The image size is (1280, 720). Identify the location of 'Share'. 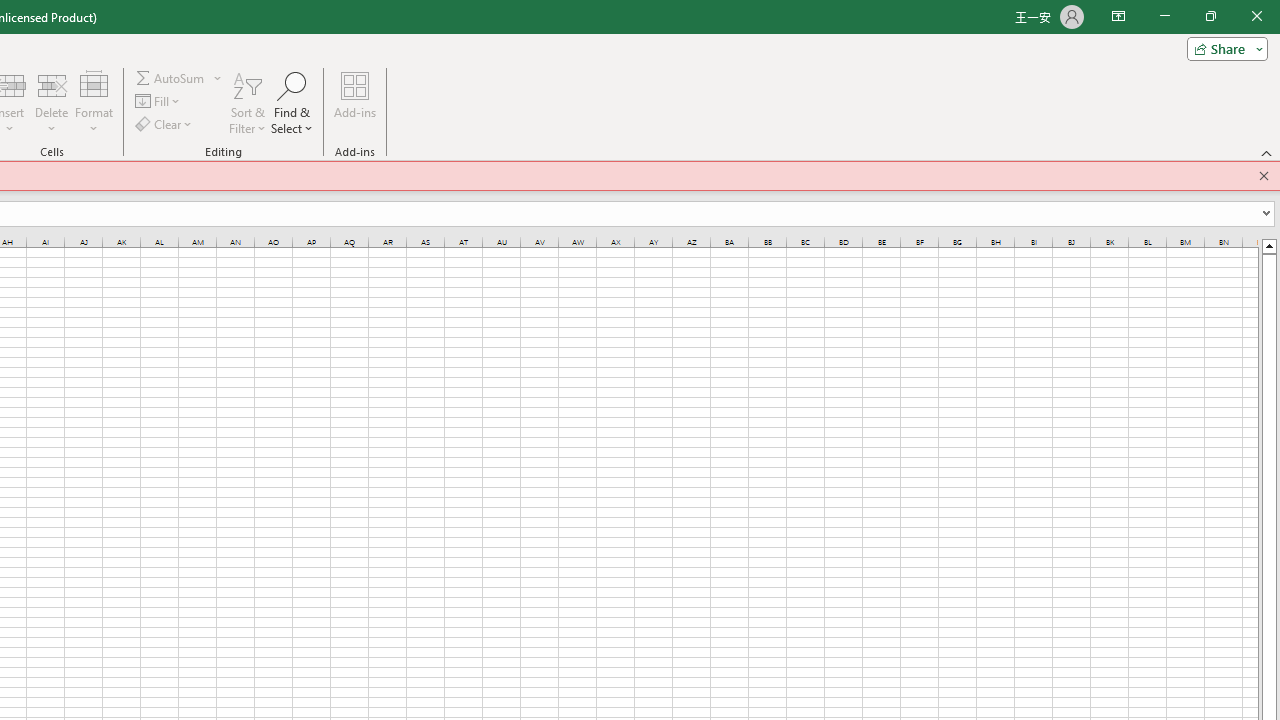
(1222, 47).